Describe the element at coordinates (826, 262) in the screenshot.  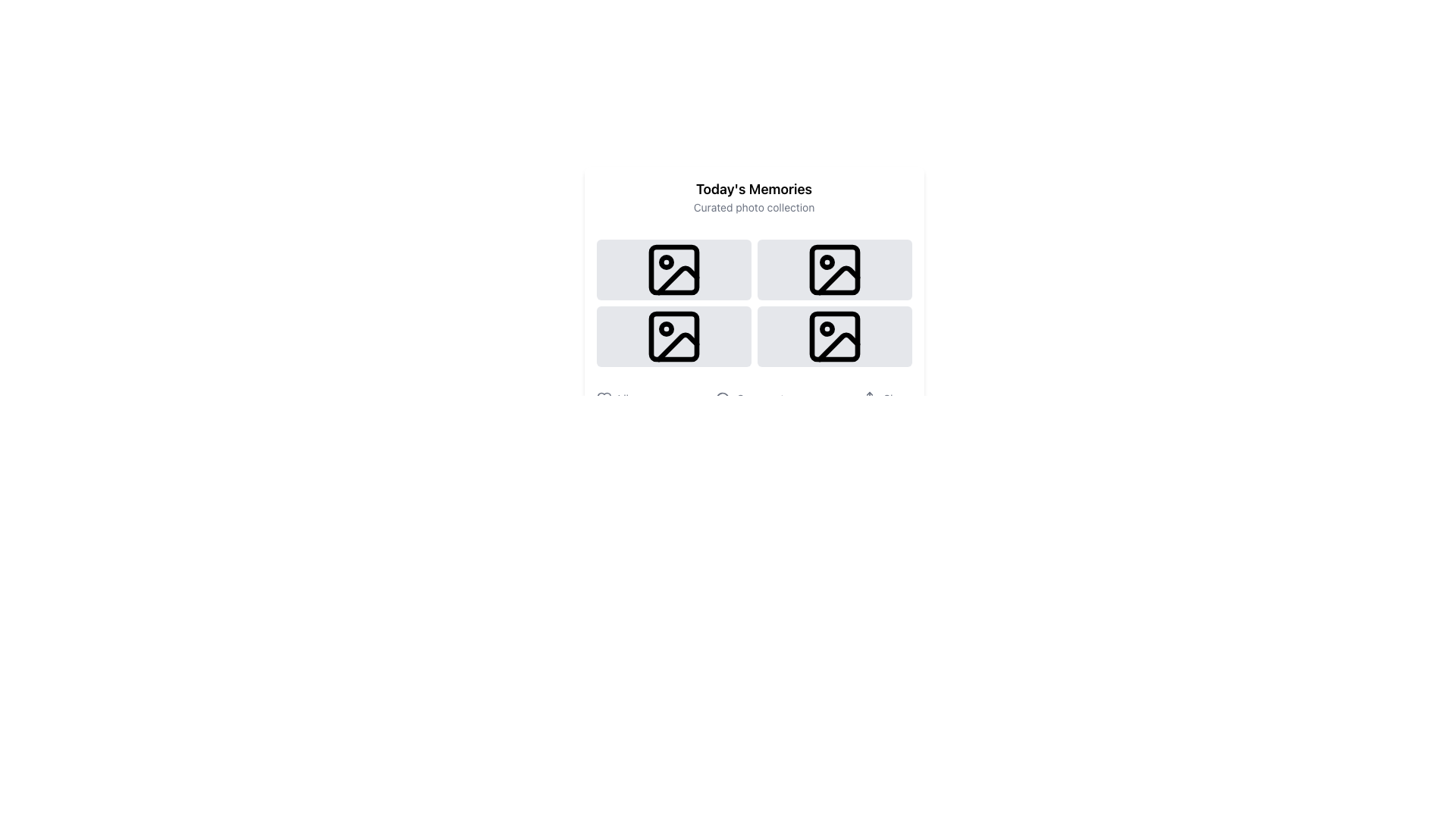
I see `the small circular icon located in the upper left corner of the third image in the right column of the image grid` at that location.